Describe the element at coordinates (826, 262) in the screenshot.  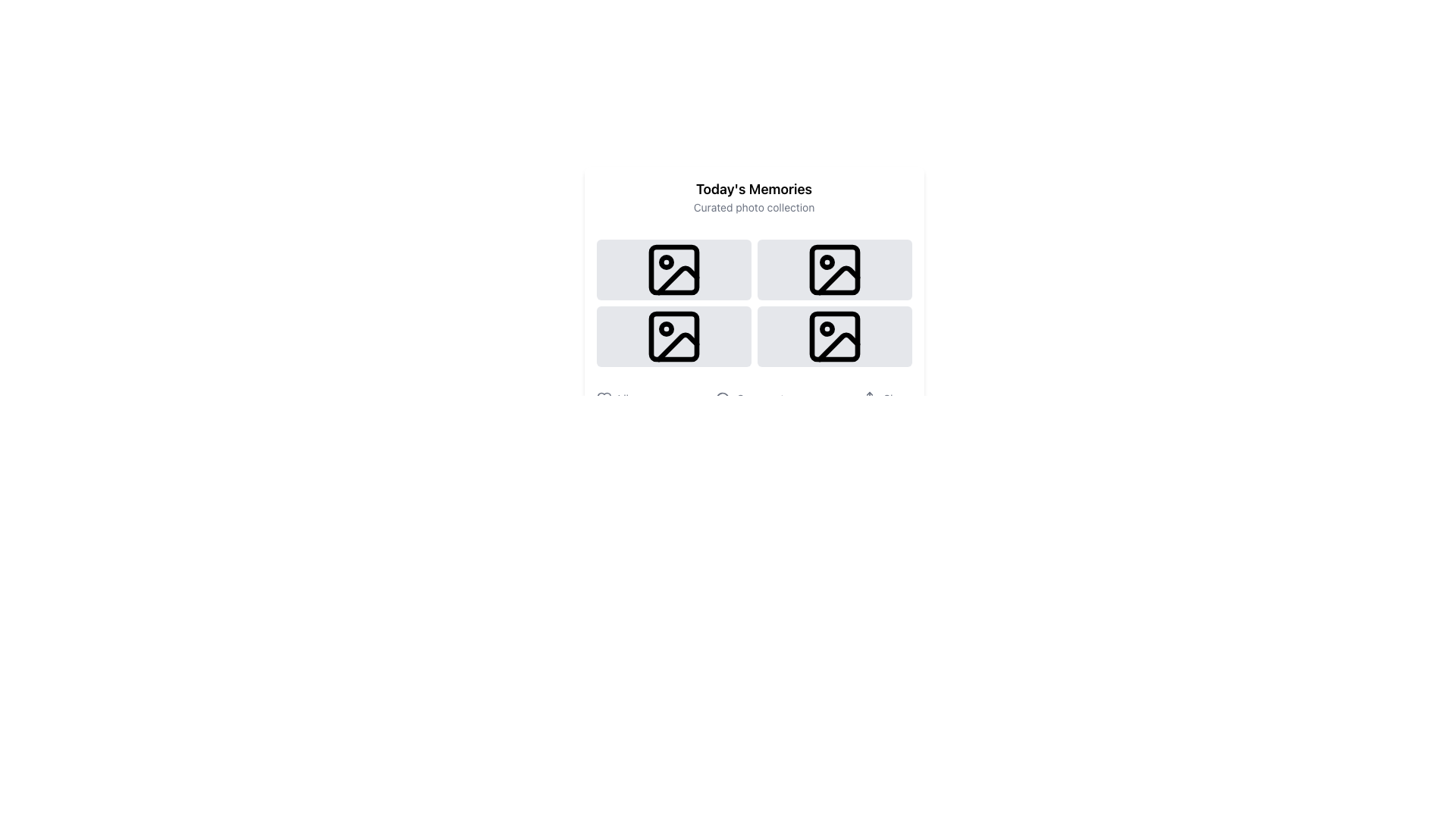
I see `the small circular icon located in the upper left corner of the third image in the right column of the image grid` at that location.